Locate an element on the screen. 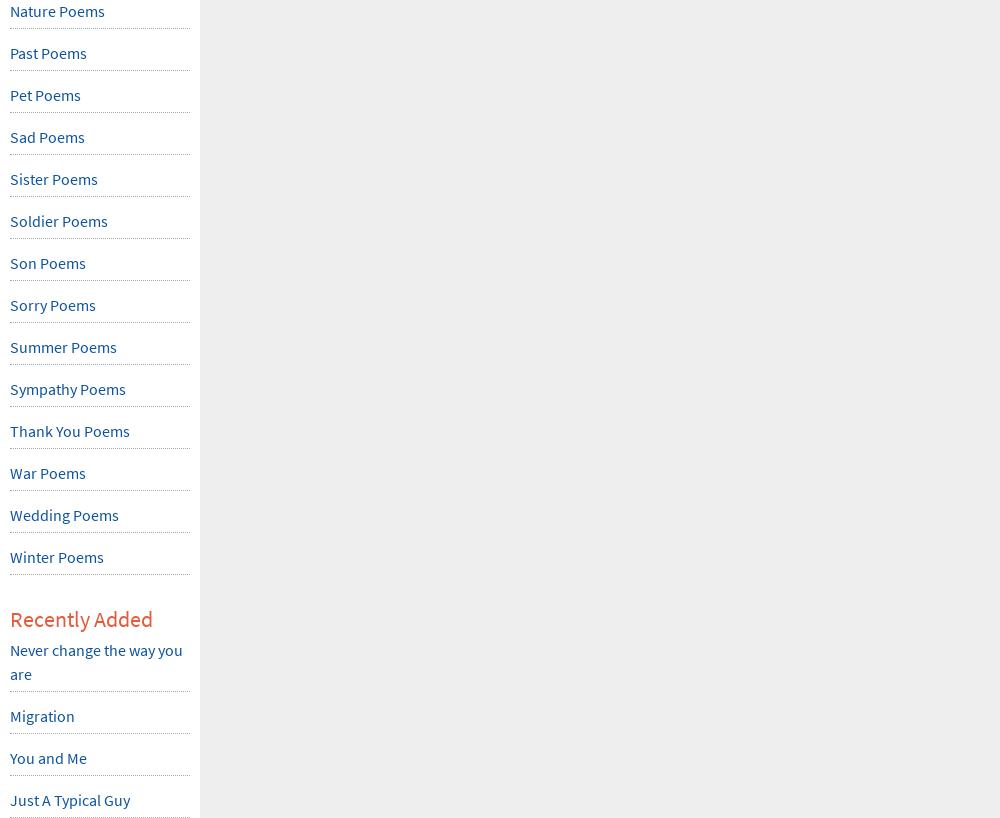  'Summer Poems' is located at coordinates (62, 346).